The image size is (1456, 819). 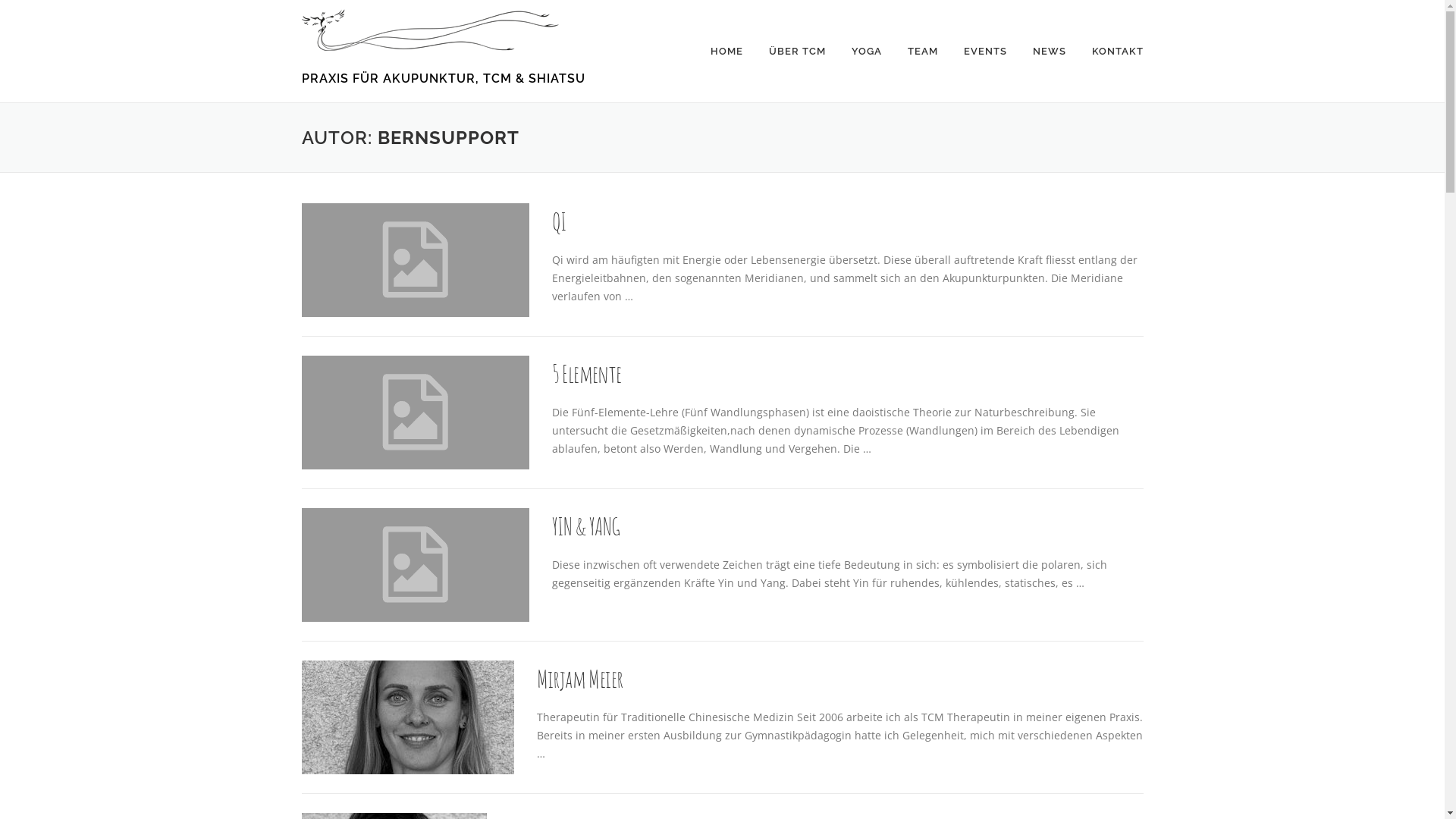 What do you see at coordinates (866, 50) in the screenshot?
I see `'YOGA'` at bounding box center [866, 50].